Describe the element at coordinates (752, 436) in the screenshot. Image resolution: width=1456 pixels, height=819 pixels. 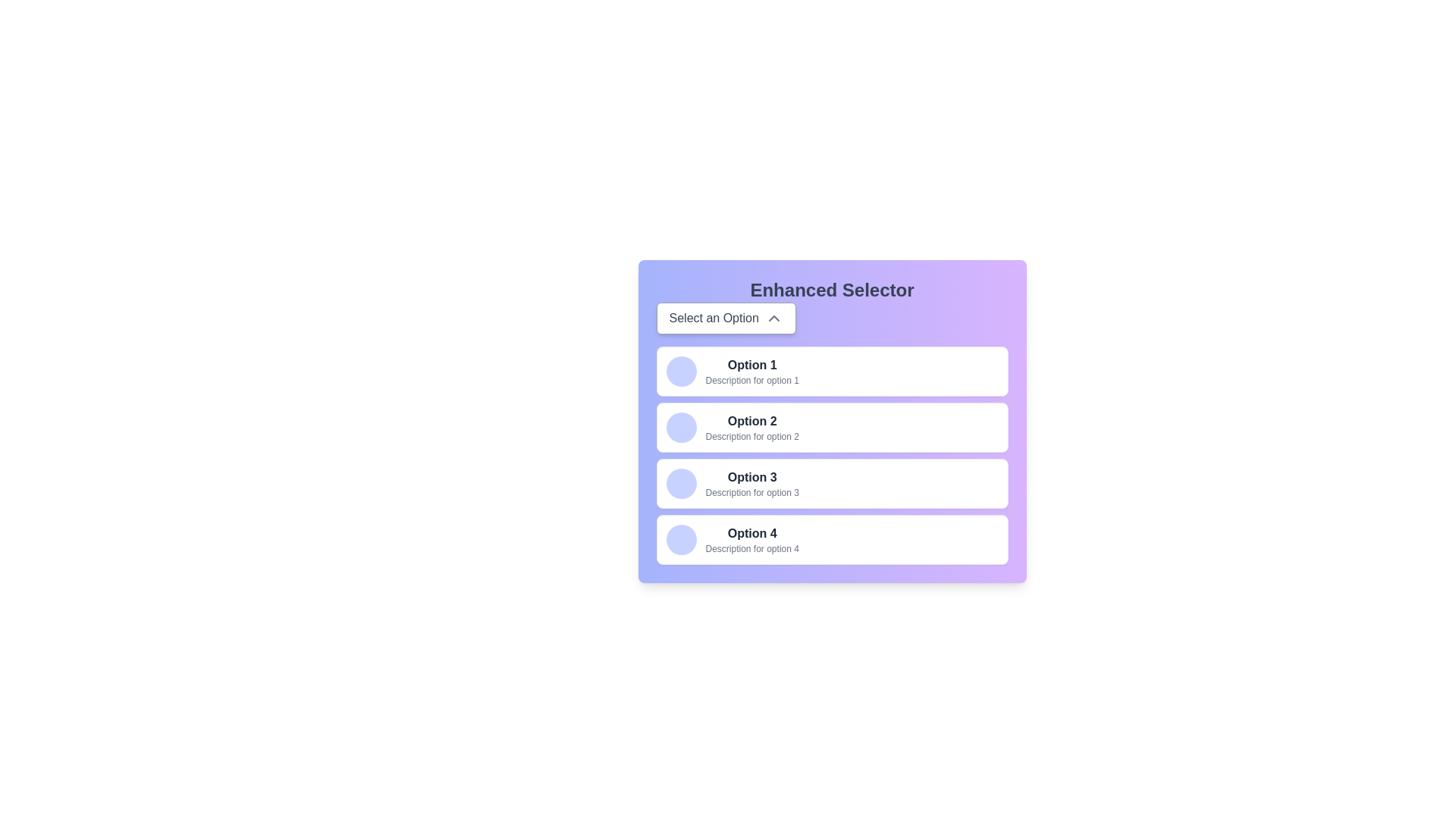
I see `information displayed in the Text Label providing details for 'Option 2', which is positioned directly below the text 'Option 2' in the Enhanced Selector component` at that location.